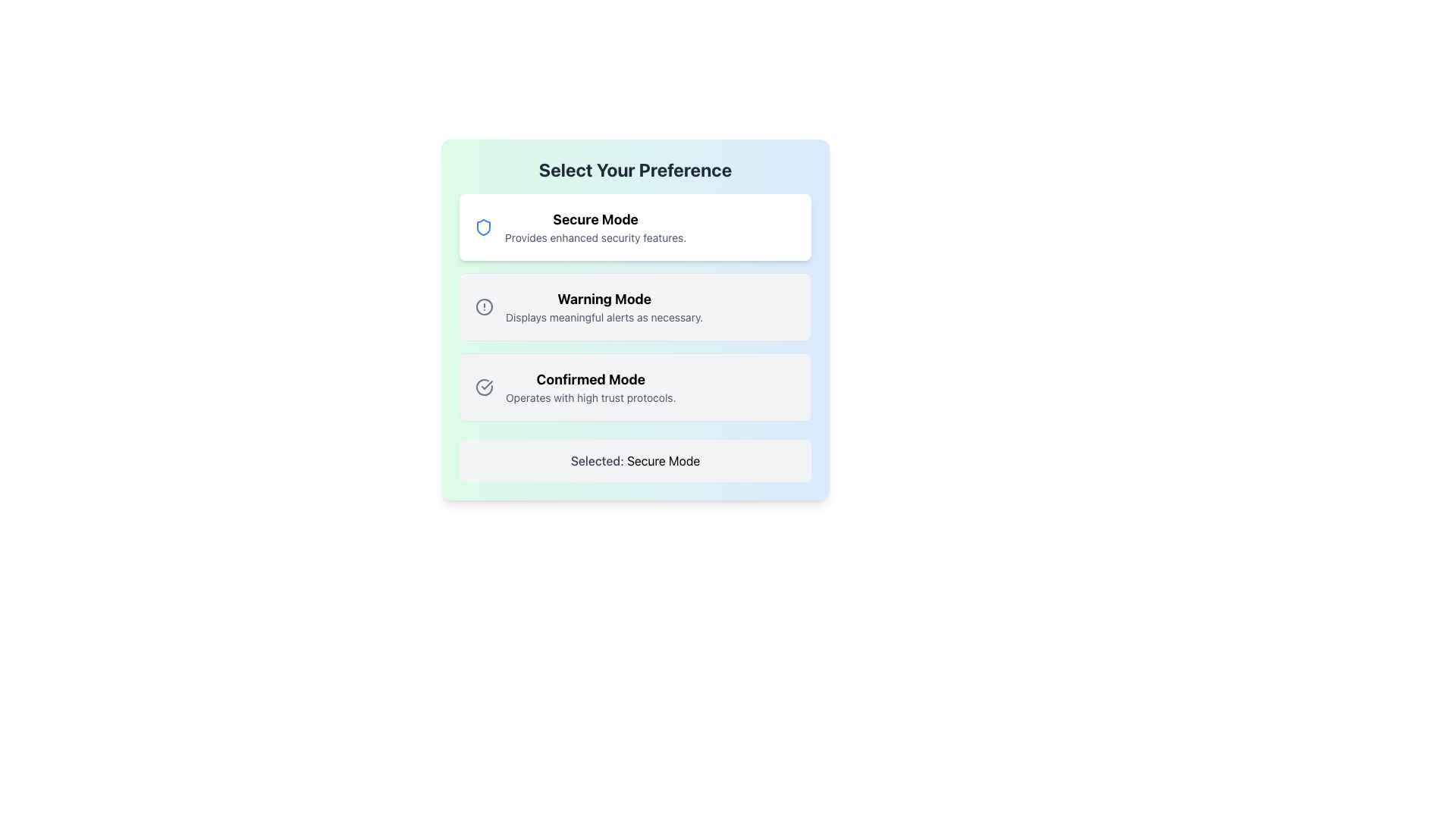 Image resolution: width=1456 pixels, height=819 pixels. I want to click on the Decorative Icon that represents security, located to the left of the 'Secure Mode' title in the first selectable option of the preference list, so click(483, 227).